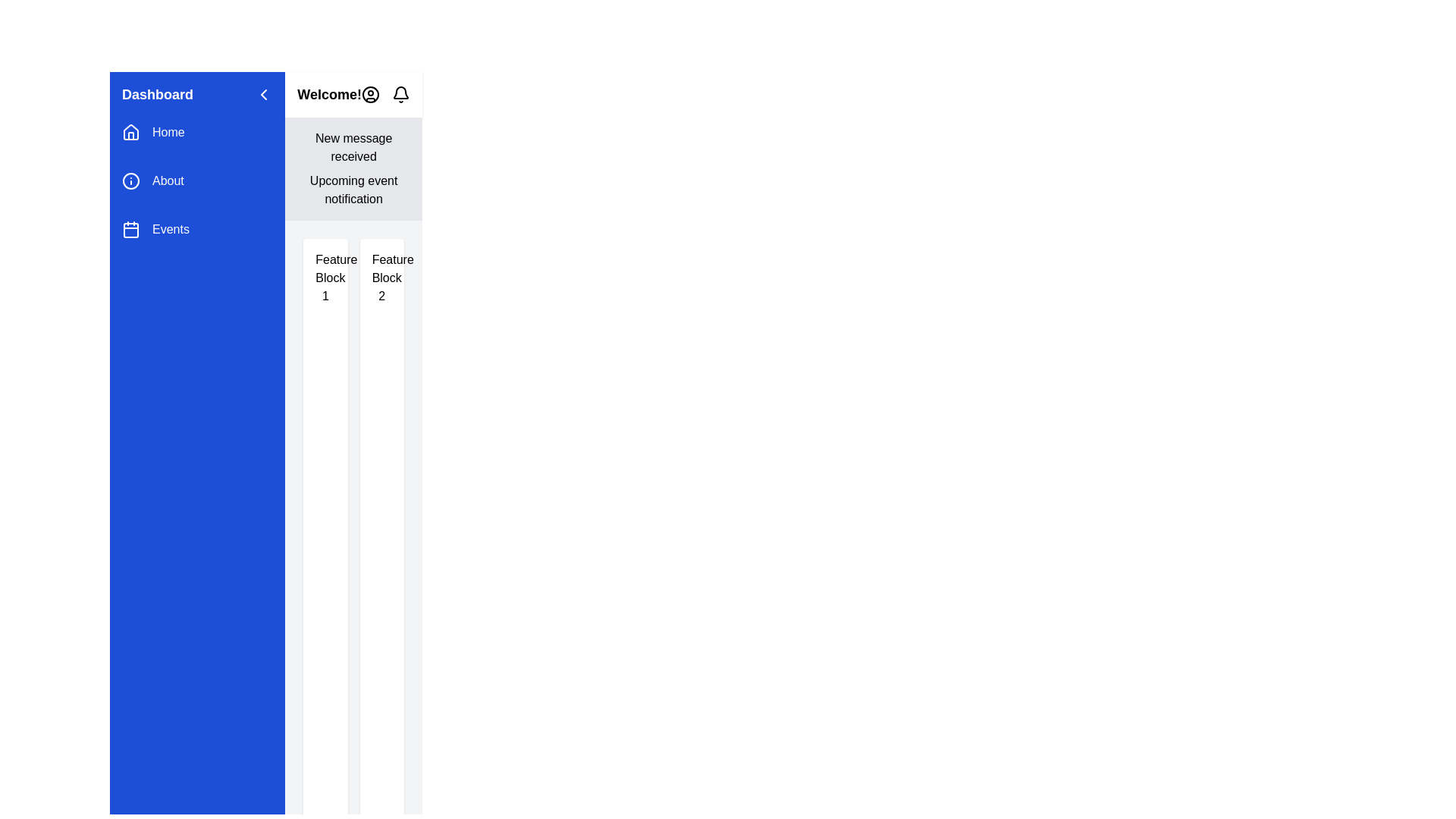  Describe the element at coordinates (130, 135) in the screenshot. I see `the vertical portion of the door in the house icon located in the left sidebar menu next to the 'Home' label` at that location.